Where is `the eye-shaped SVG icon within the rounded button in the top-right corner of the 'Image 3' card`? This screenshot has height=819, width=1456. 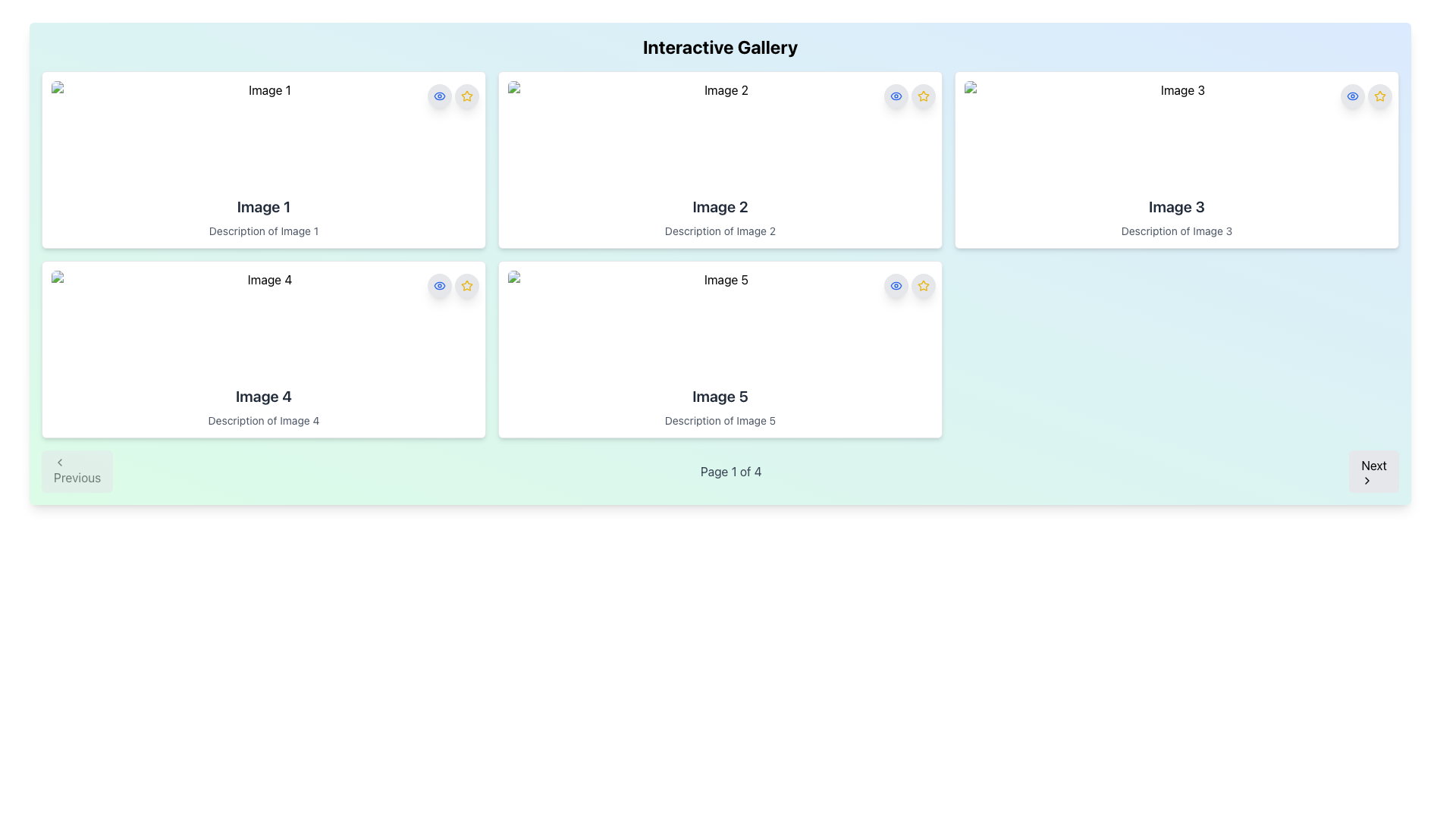 the eye-shaped SVG icon within the rounded button in the top-right corner of the 'Image 3' card is located at coordinates (1353, 96).